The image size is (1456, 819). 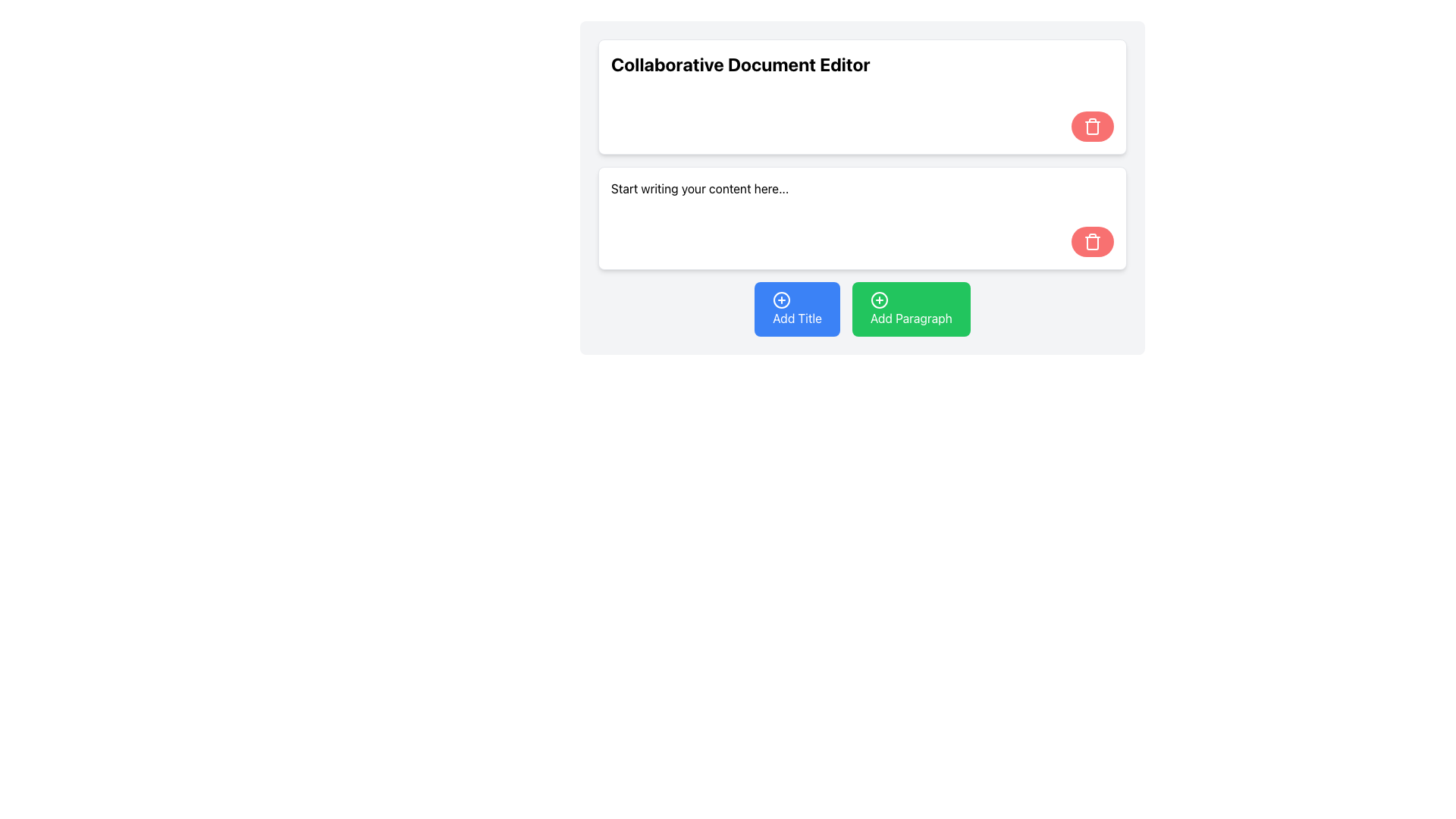 What do you see at coordinates (782, 300) in the screenshot?
I see `the icon on the left side of the blue 'Add Title' button` at bounding box center [782, 300].